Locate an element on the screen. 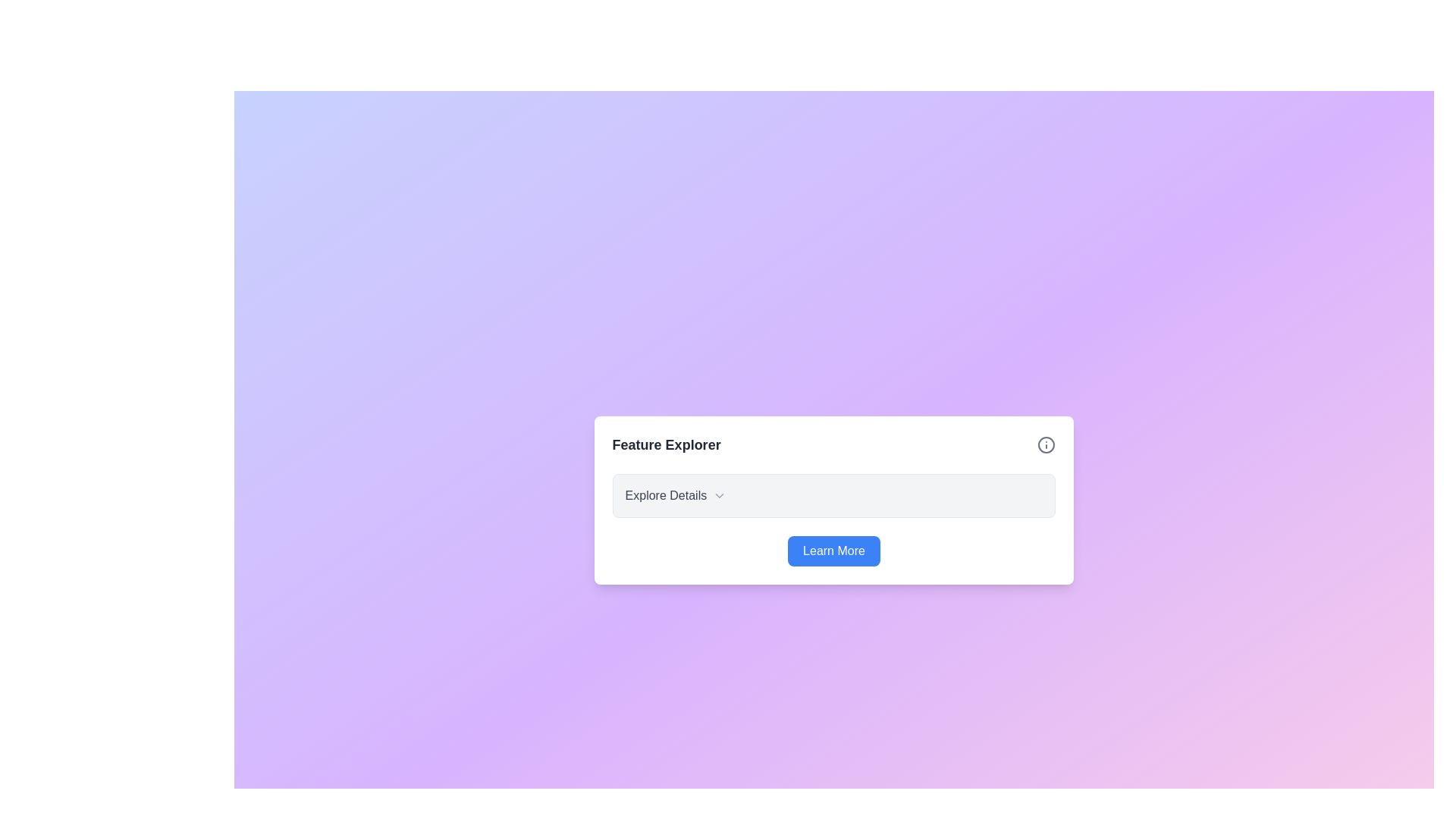 The height and width of the screenshot is (819, 1456). the blue rounded rectangular button labeled 'Learn More' located in the 'Feature Explorer' section is located at coordinates (833, 551).